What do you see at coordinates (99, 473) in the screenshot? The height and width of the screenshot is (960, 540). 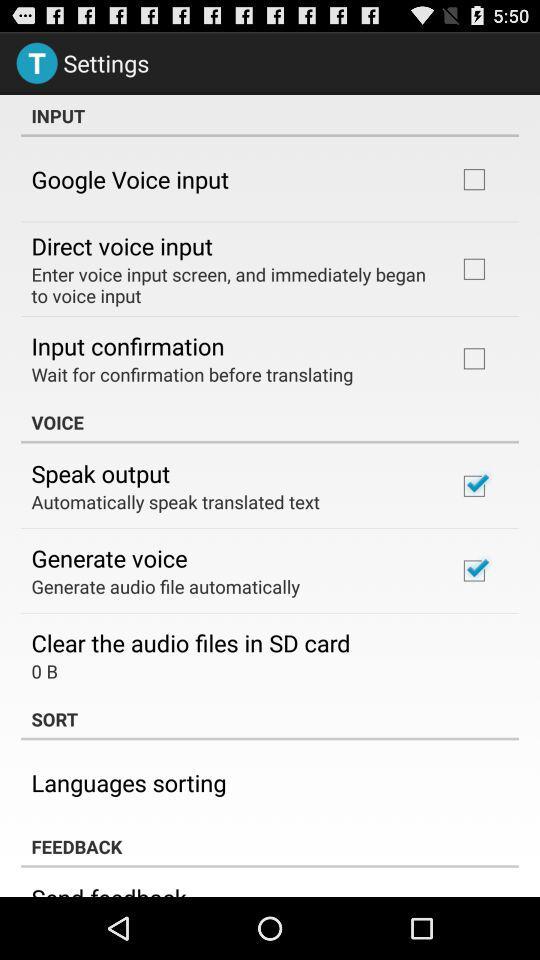 I see `app above automatically speak translated icon` at bounding box center [99, 473].